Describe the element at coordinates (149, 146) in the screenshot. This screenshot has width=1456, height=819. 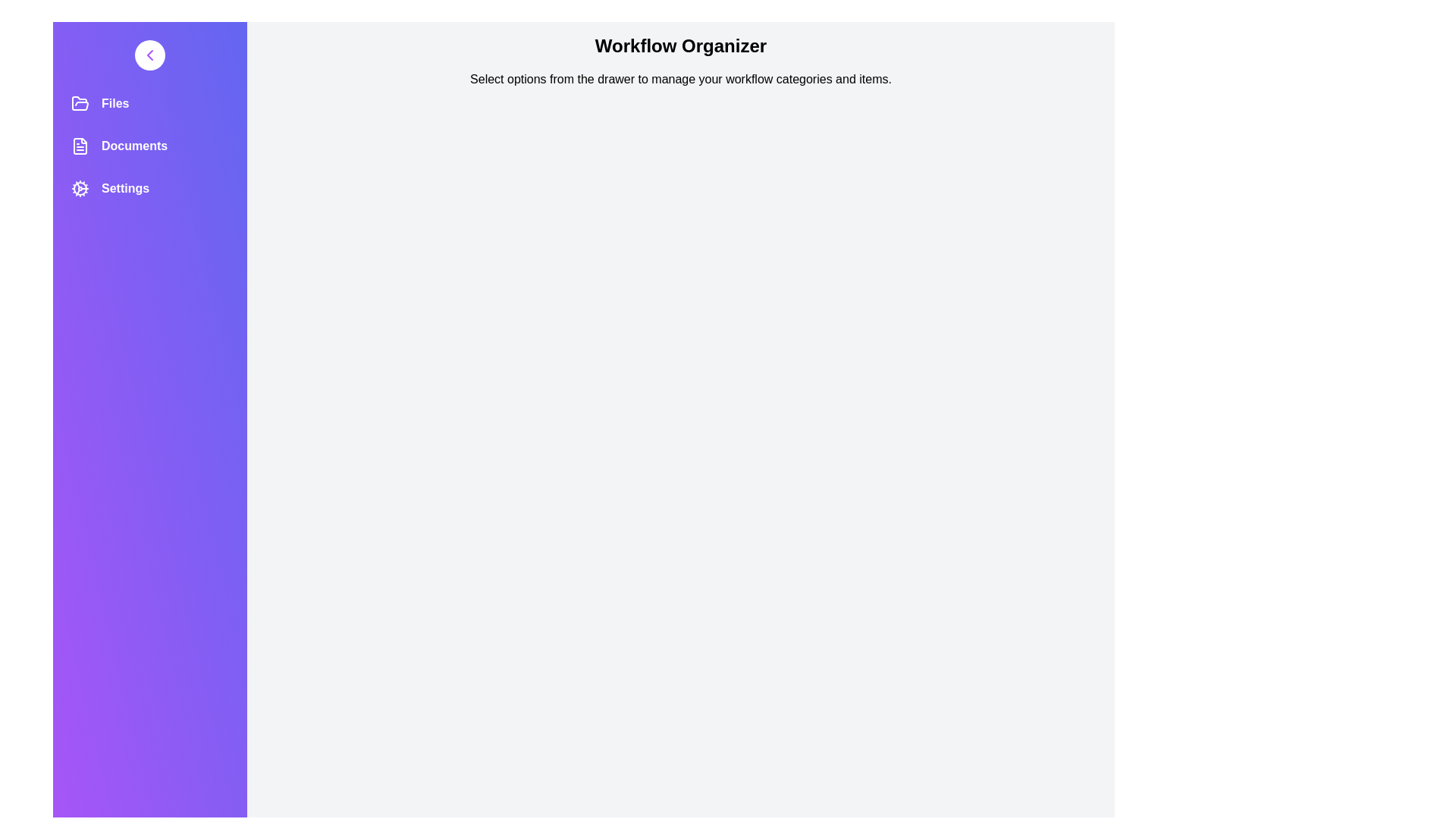
I see `the 'Documents' category in the navigation drawer` at that location.